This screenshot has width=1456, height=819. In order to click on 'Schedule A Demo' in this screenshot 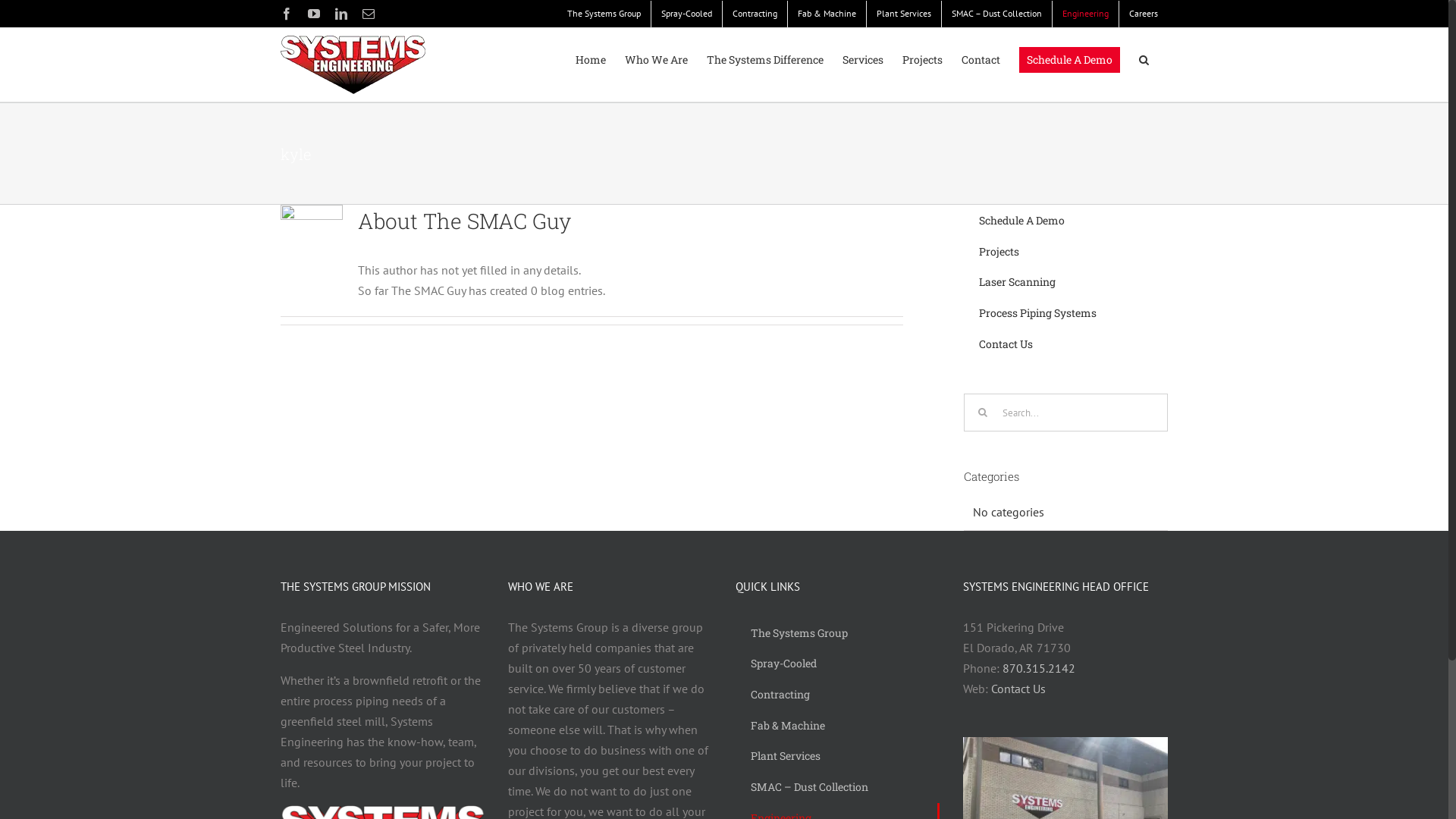, I will do `click(1019, 58)`.